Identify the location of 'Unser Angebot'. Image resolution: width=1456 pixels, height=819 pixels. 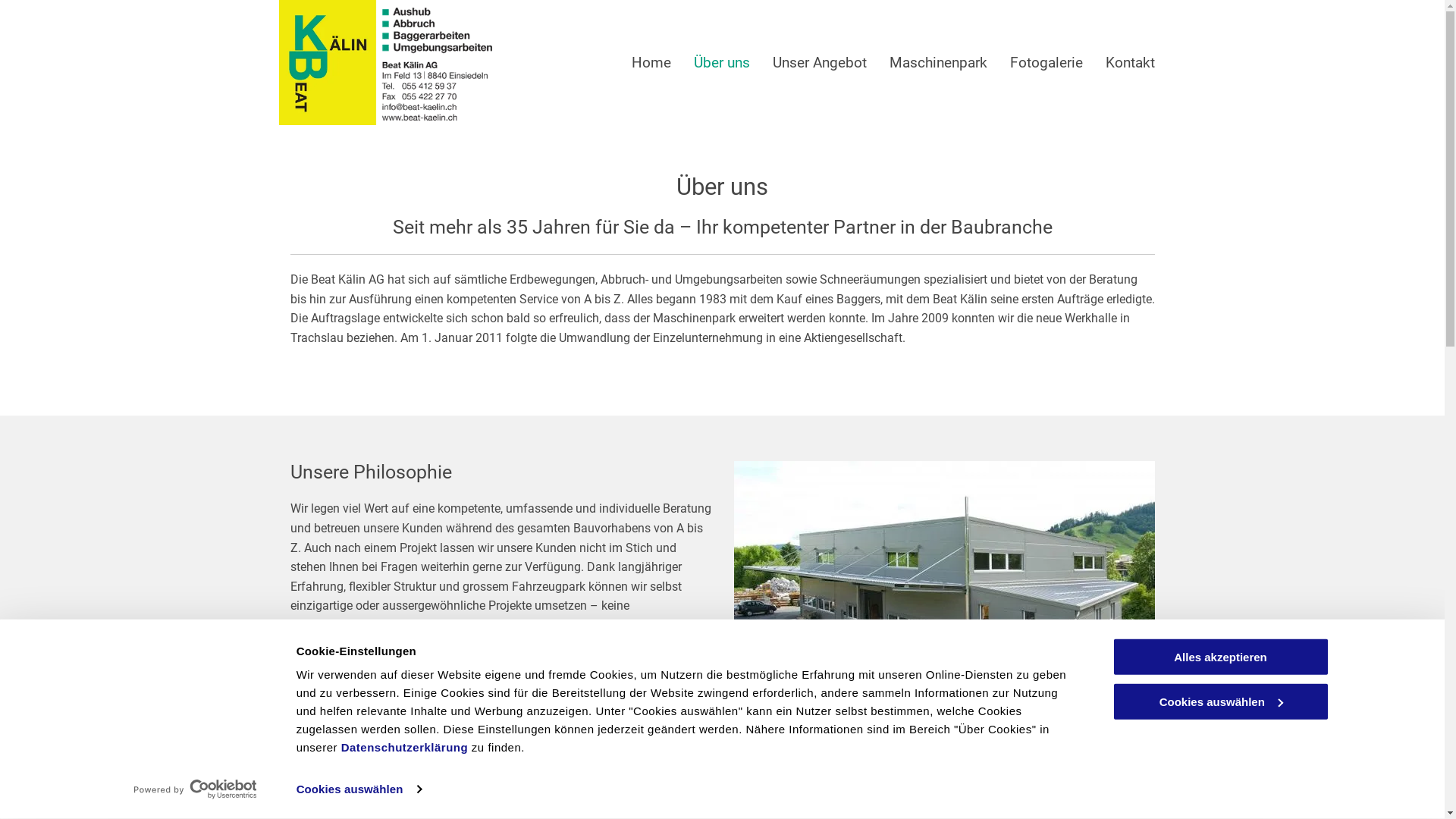
(818, 61).